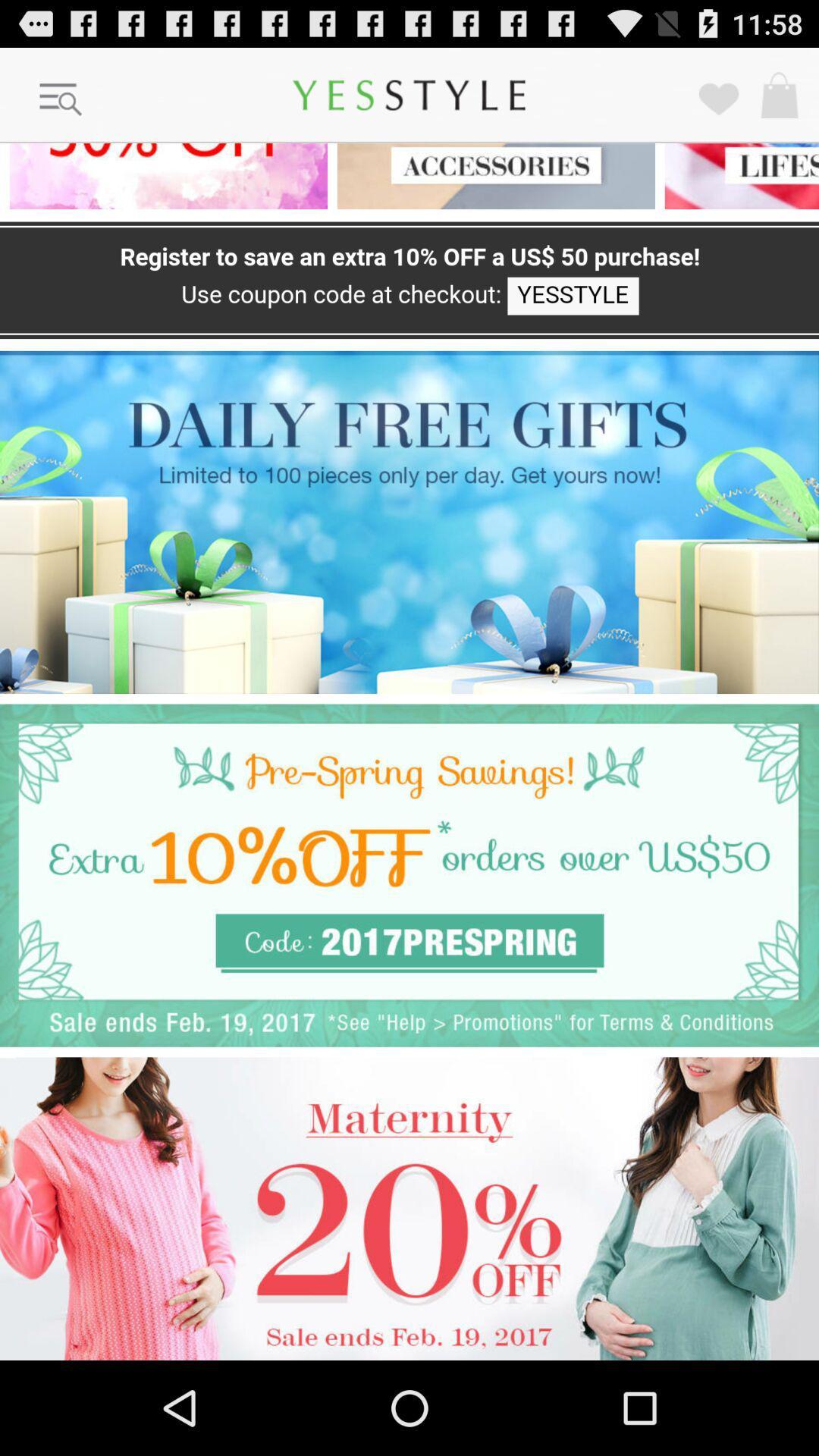  I want to click on search, so click(61, 99).